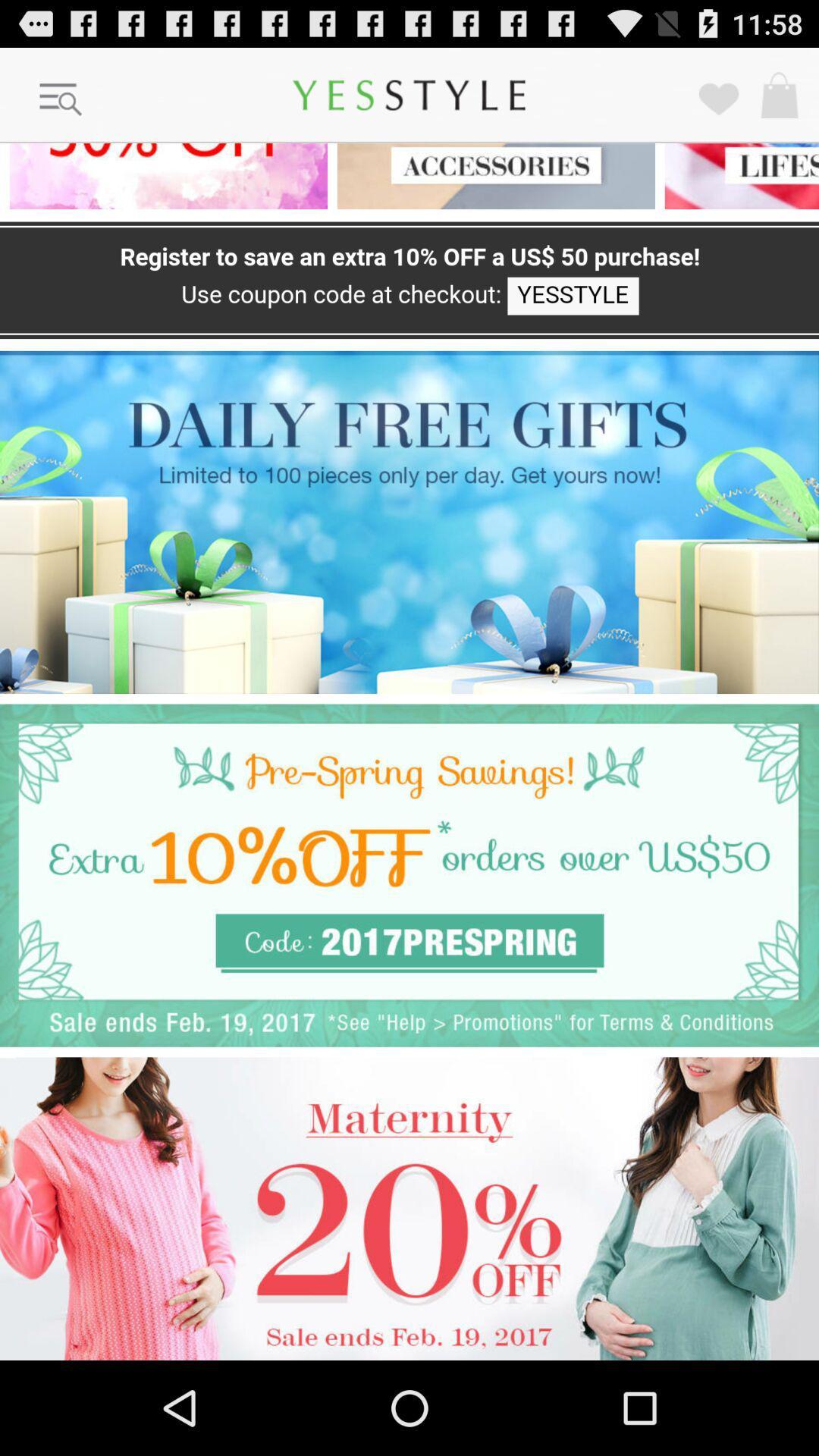  I want to click on search, so click(61, 99).